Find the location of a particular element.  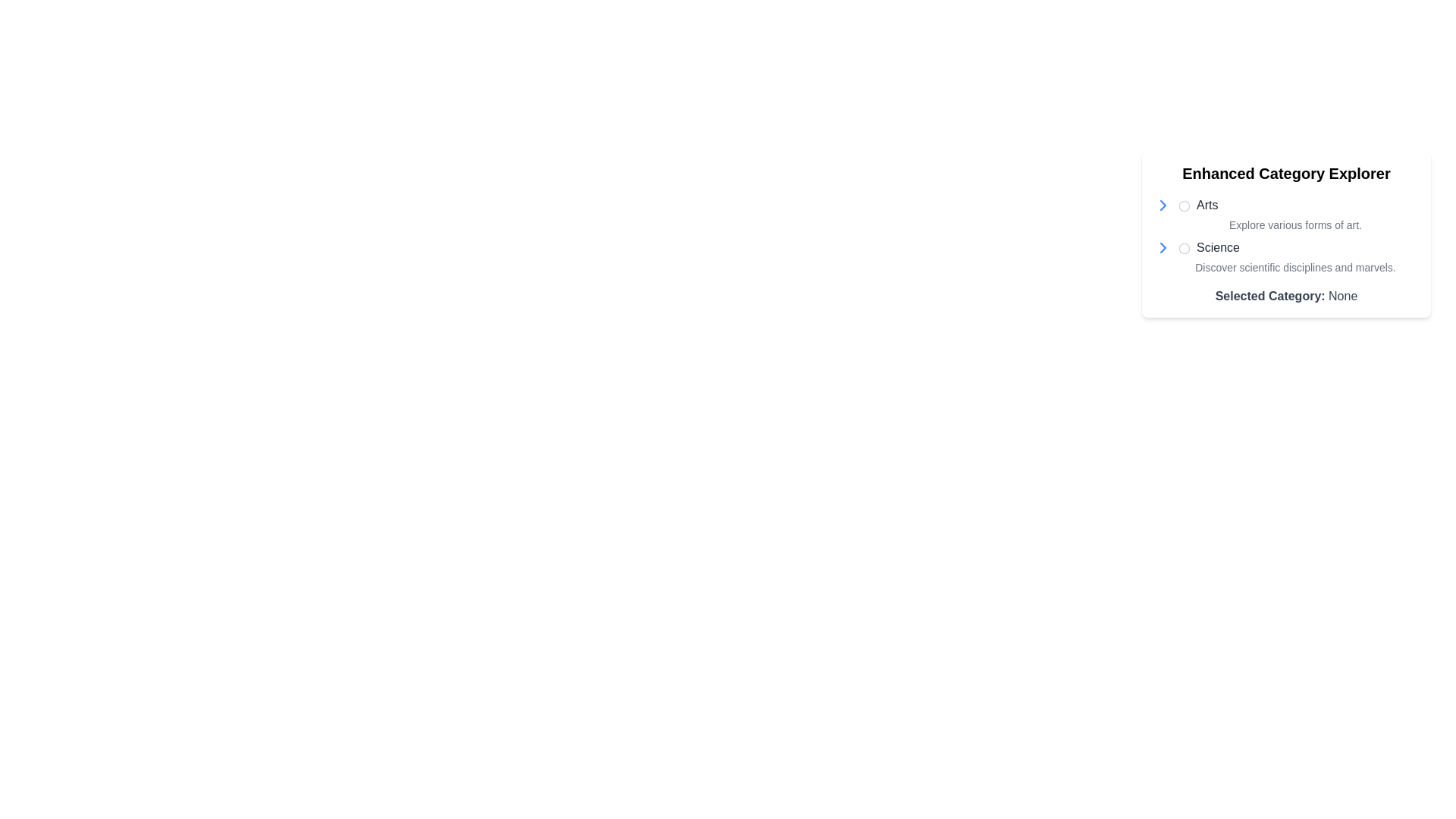

the static text label displaying 'Selected Category: None', located at the bottom of the information card titled 'Enhanced Category Explorer' is located at coordinates (1285, 296).